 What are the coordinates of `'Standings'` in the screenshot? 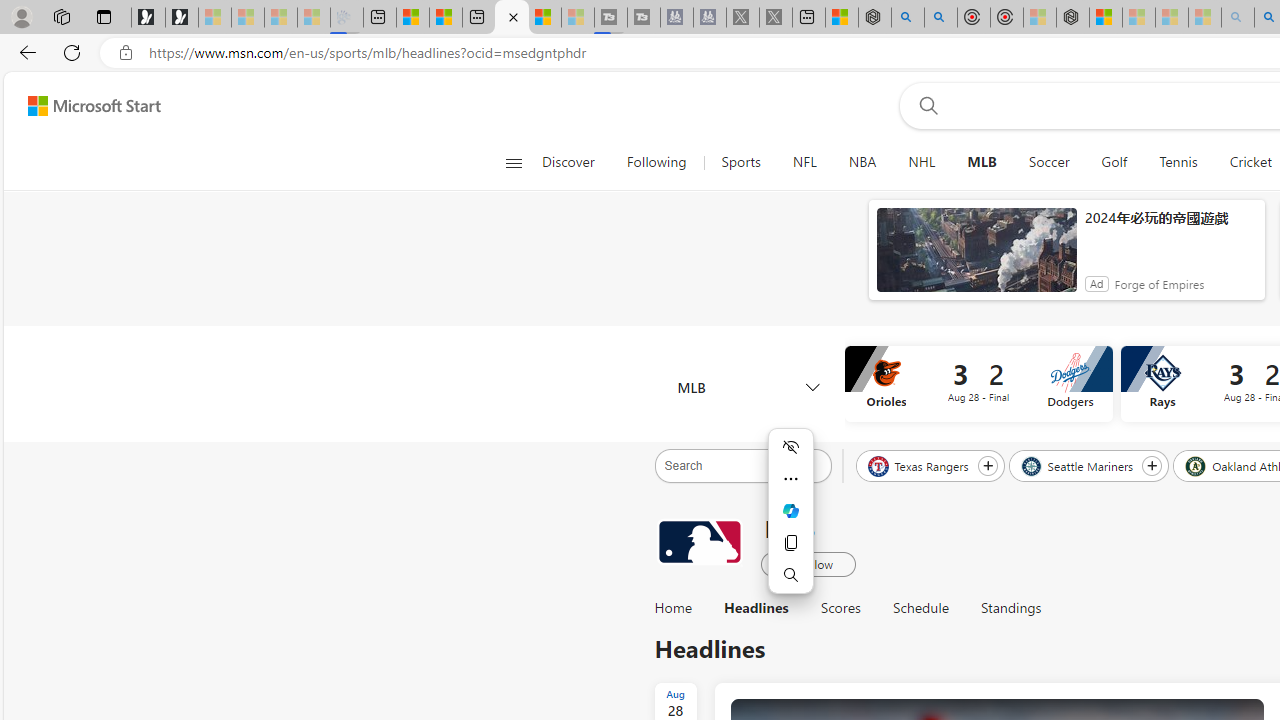 It's located at (1011, 607).